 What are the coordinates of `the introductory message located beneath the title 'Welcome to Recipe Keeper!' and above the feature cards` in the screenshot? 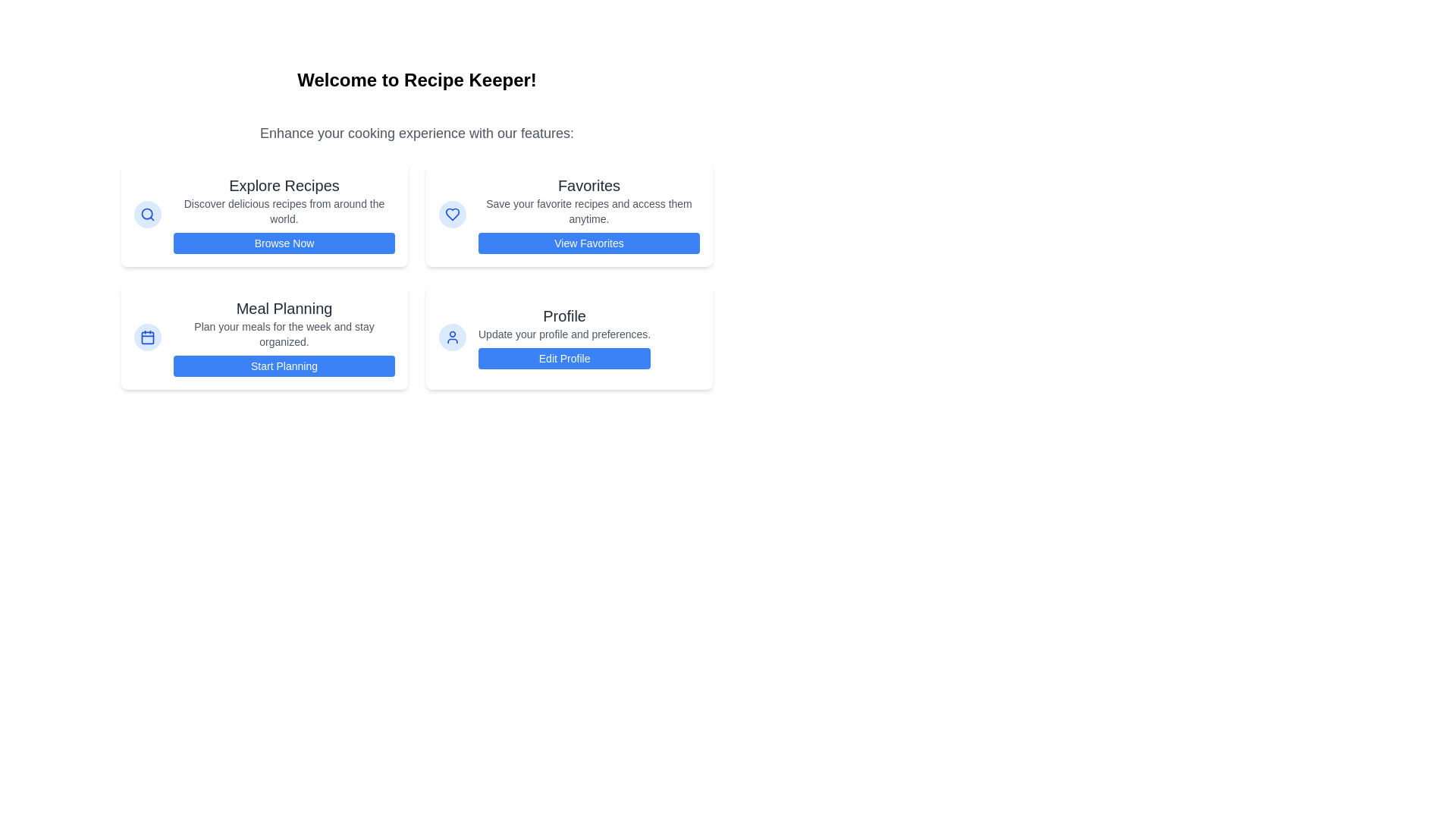 It's located at (417, 133).